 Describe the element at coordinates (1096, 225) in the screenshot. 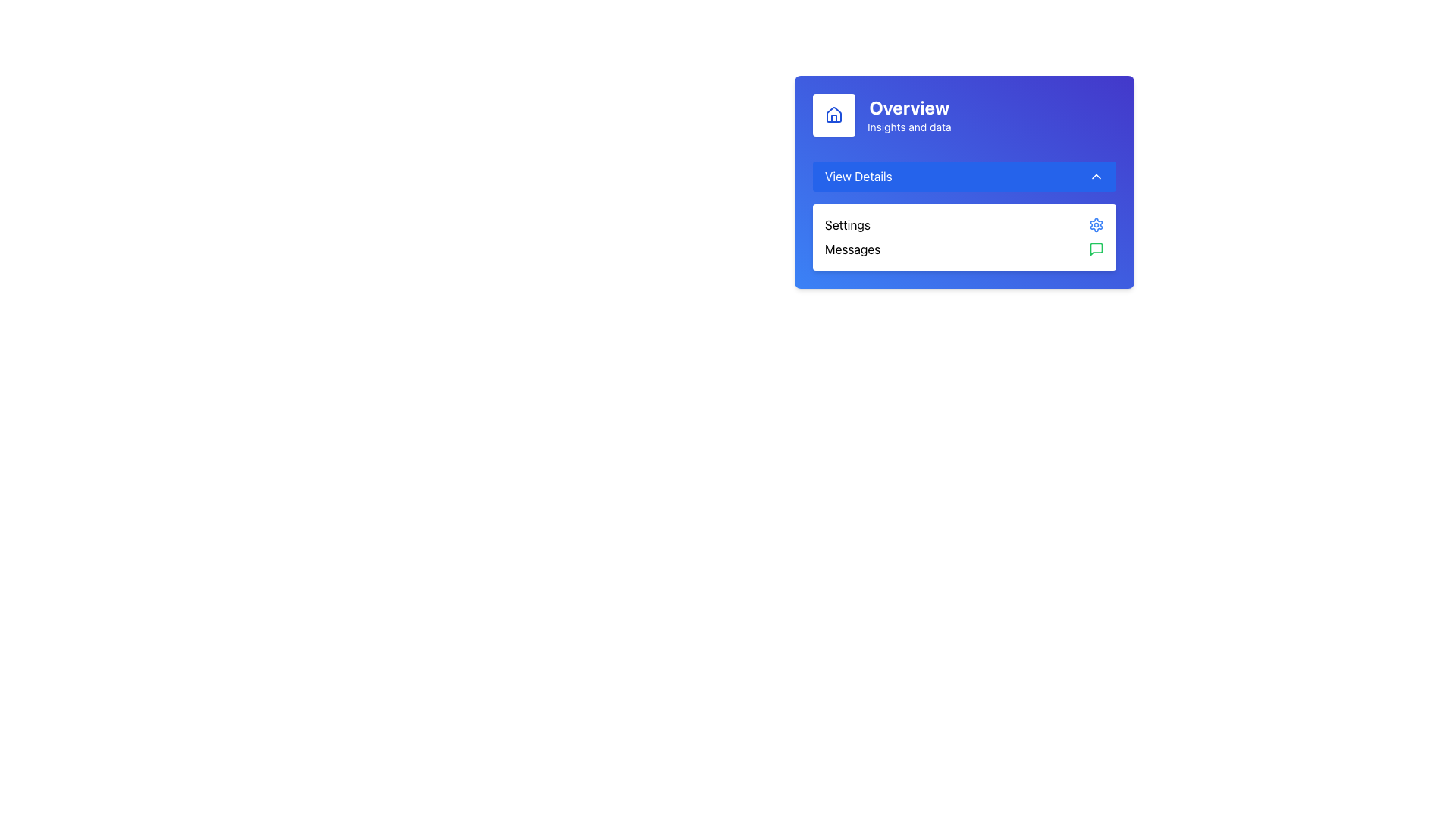

I see `the blue gear icon located to the right of the 'Settings' text` at that location.